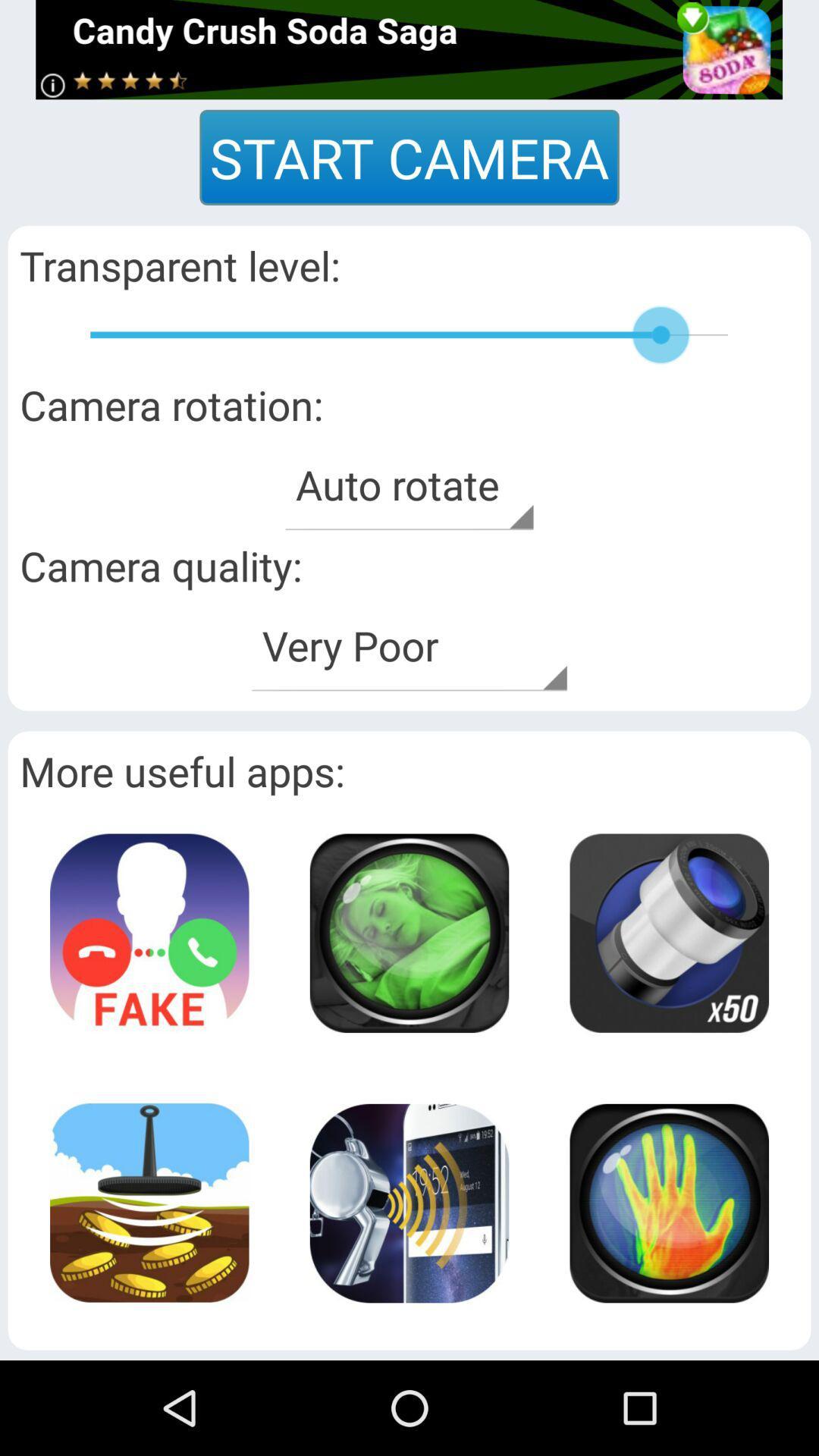 Image resolution: width=819 pixels, height=1456 pixels. What do you see at coordinates (408, 1202) in the screenshot?
I see `speaker option` at bounding box center [408, 1202].